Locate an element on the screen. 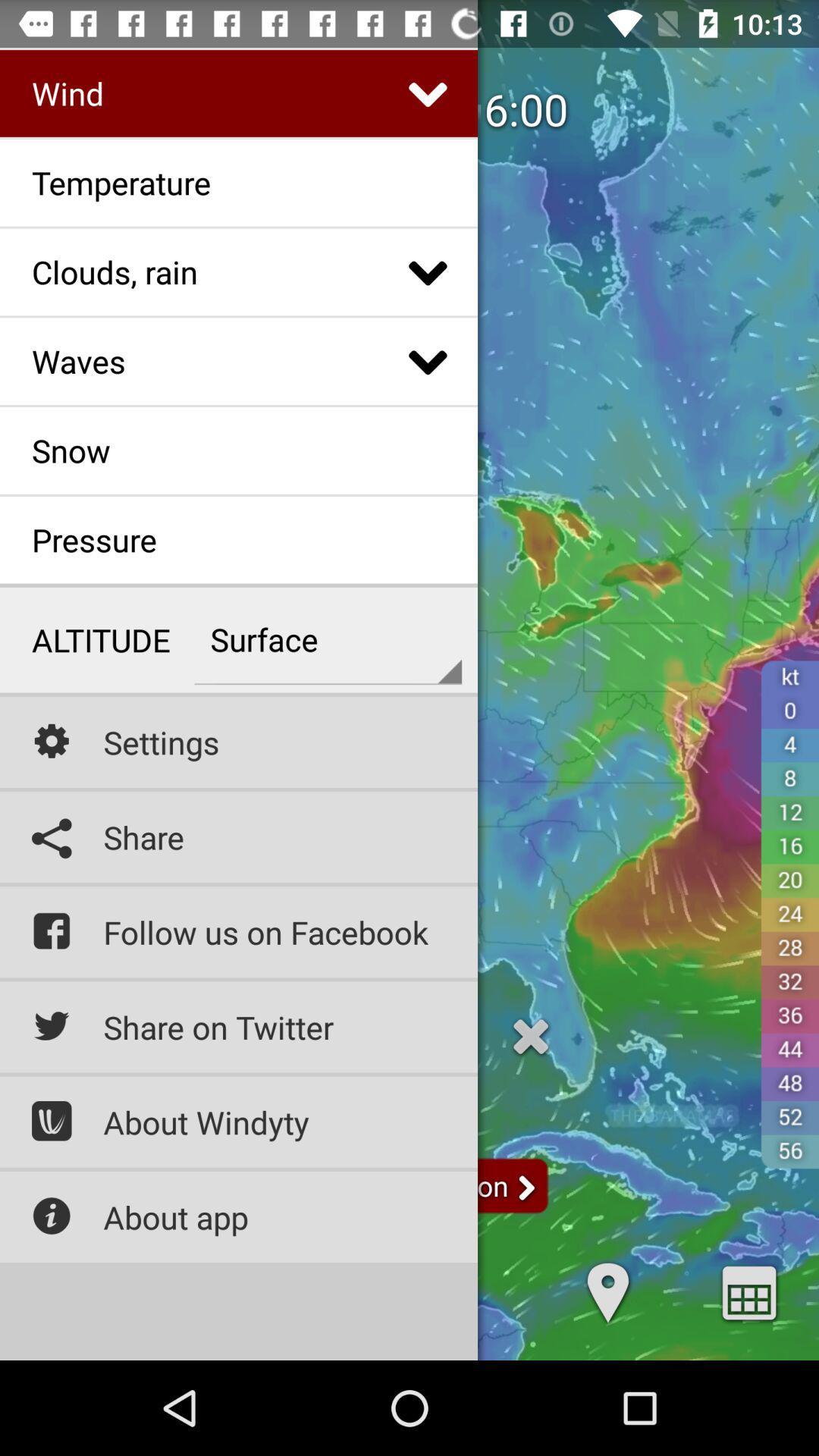 This screenshot has height=1456, width=819. the right scroll bar is located at coordinates (526, 1189).